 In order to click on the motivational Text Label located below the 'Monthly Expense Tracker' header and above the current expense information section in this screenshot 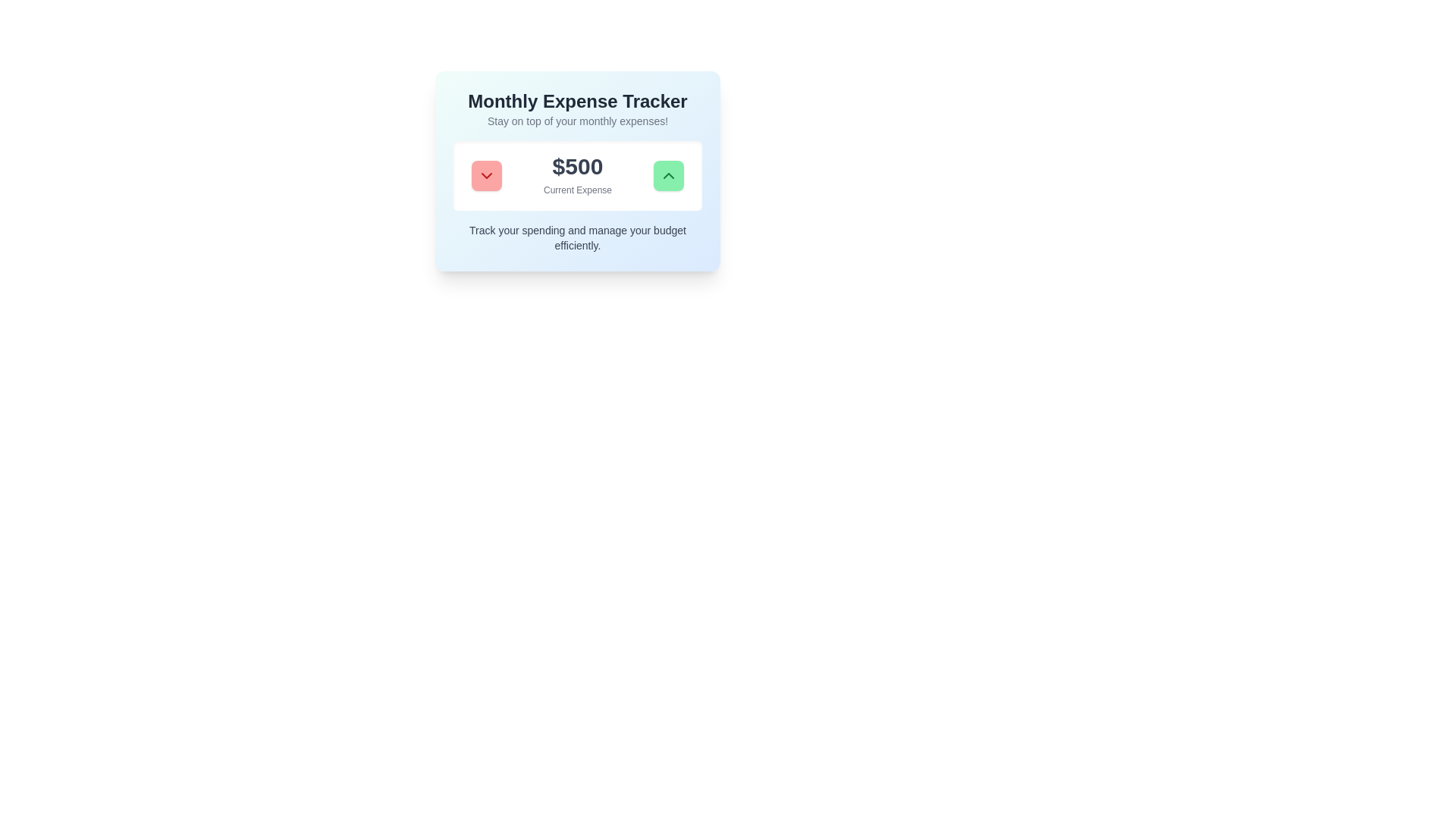, I will do `click(577, 120)`.